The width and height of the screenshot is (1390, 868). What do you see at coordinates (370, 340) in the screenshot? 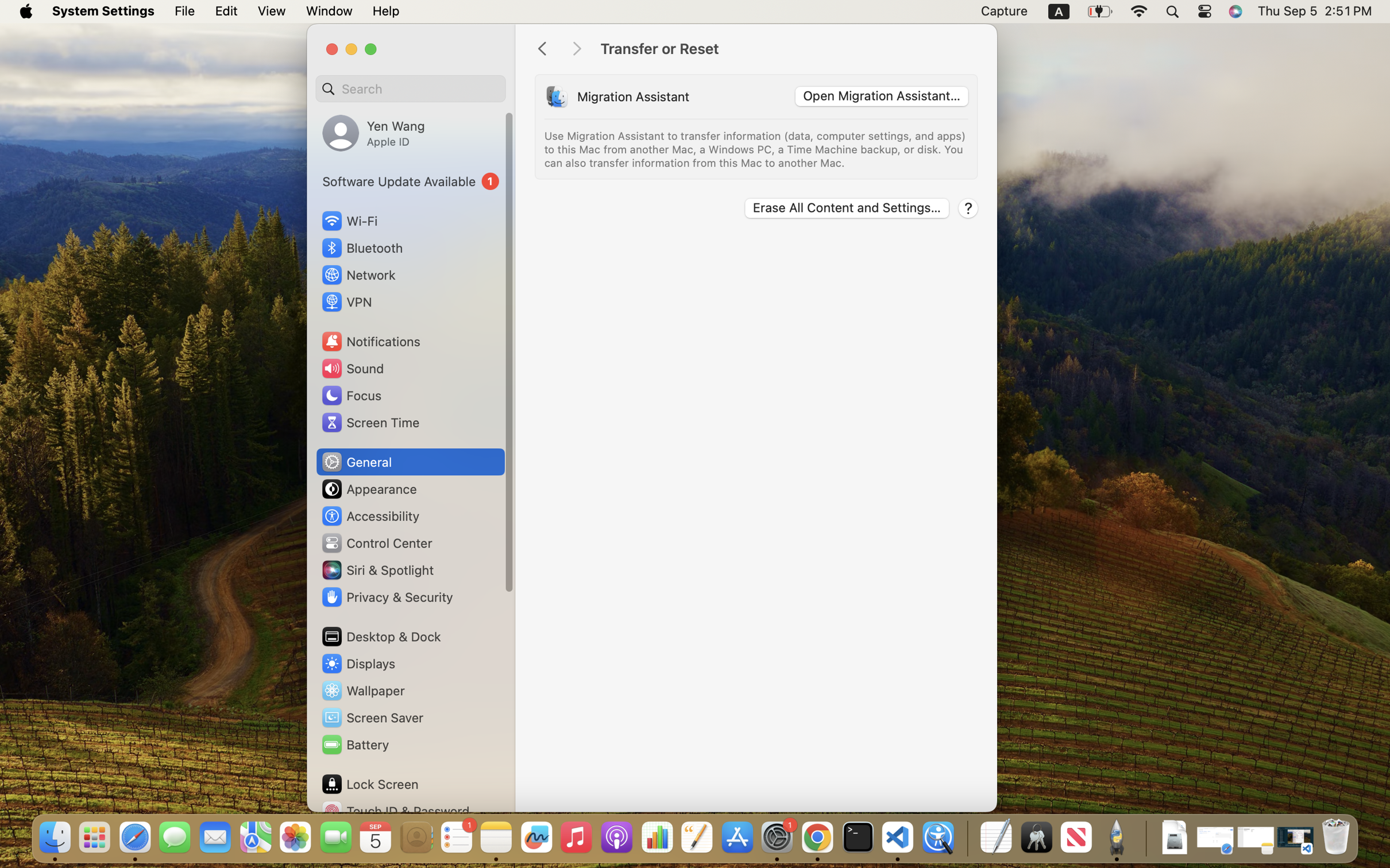
I see `'Notifications'` at bounding box center [370, 340].